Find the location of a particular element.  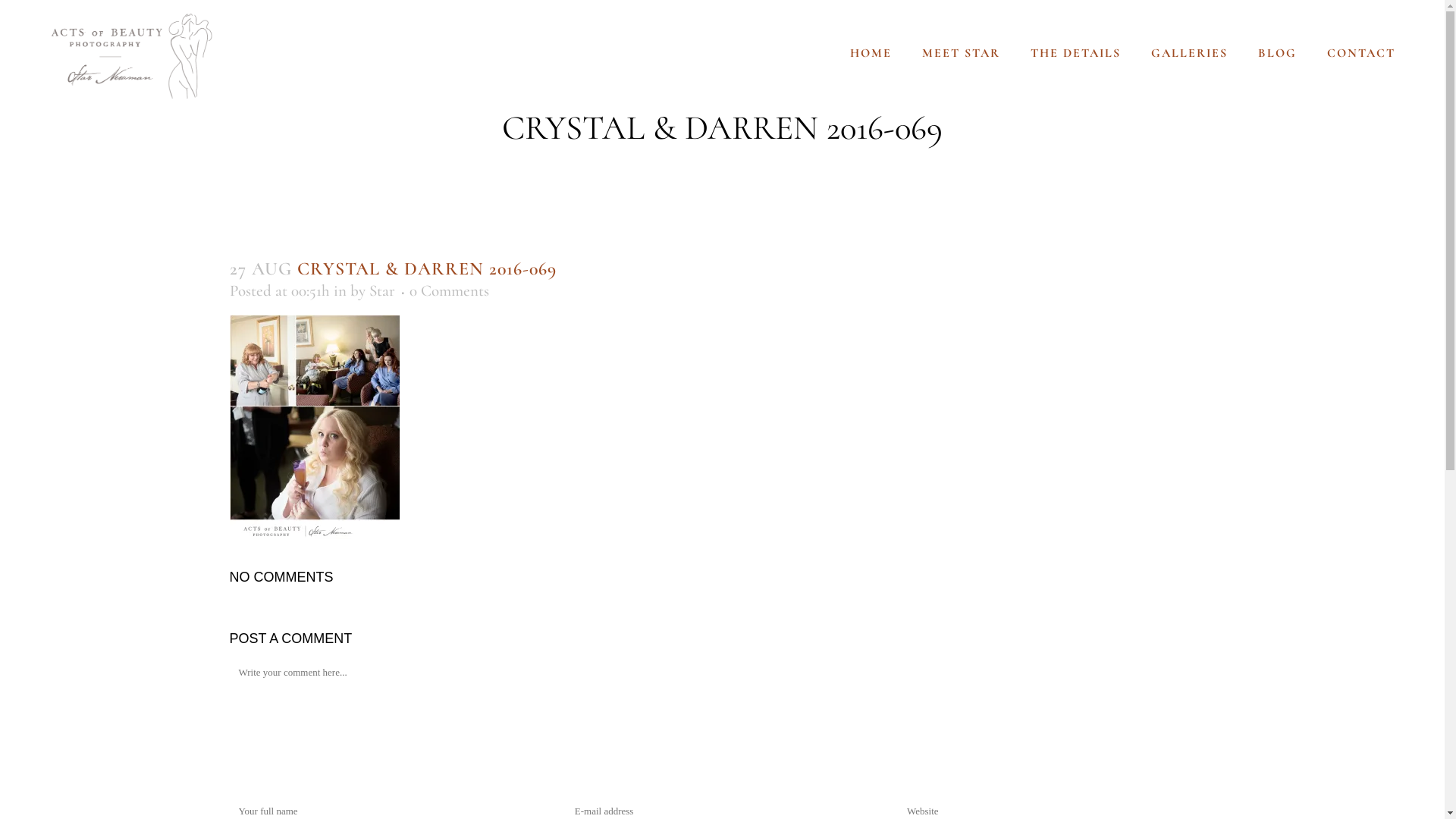

'Star' is located at coordinates (368, 290).